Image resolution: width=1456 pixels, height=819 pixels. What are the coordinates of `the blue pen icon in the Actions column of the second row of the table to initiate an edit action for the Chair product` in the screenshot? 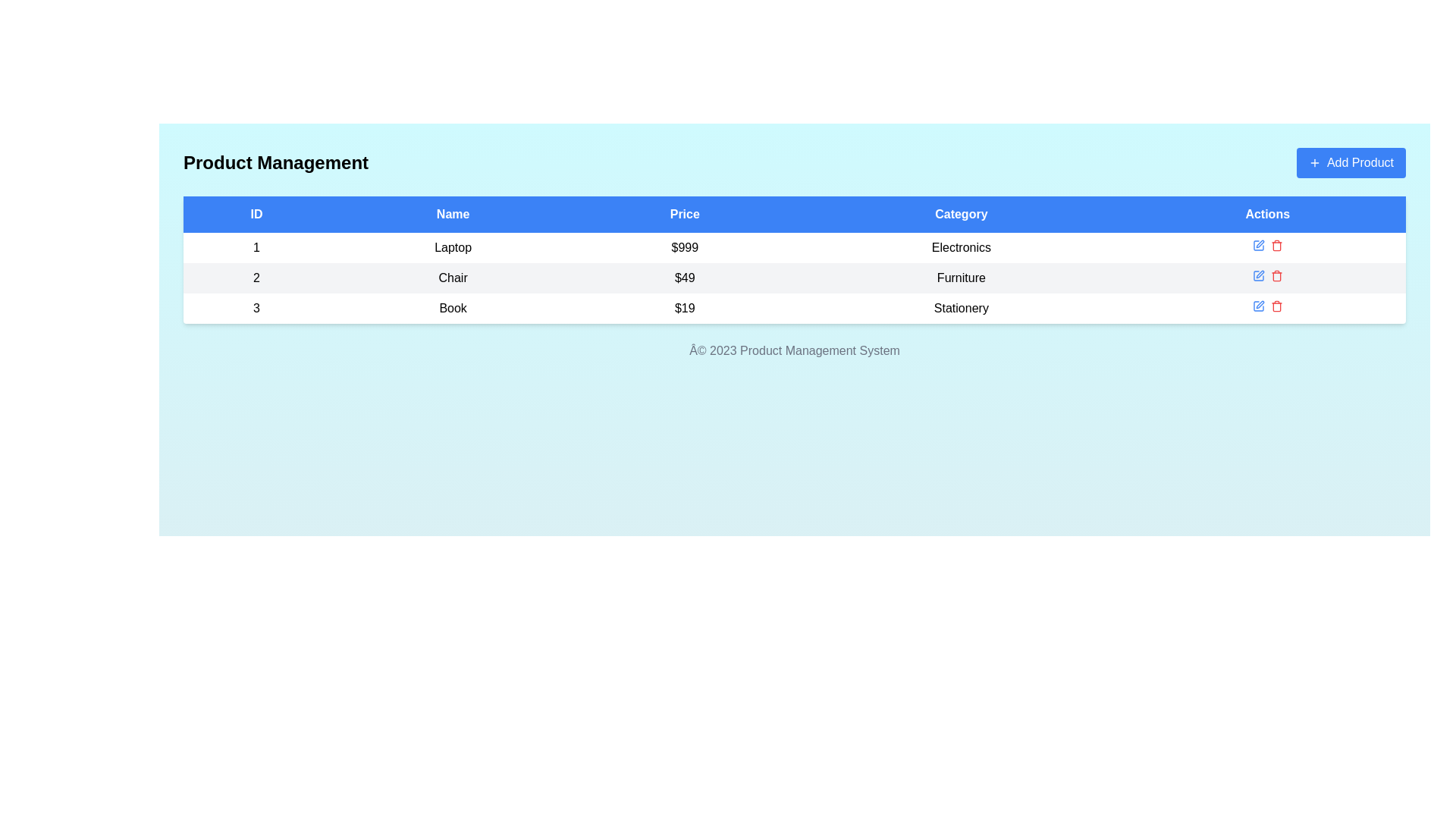 It's located at (1258, 275).